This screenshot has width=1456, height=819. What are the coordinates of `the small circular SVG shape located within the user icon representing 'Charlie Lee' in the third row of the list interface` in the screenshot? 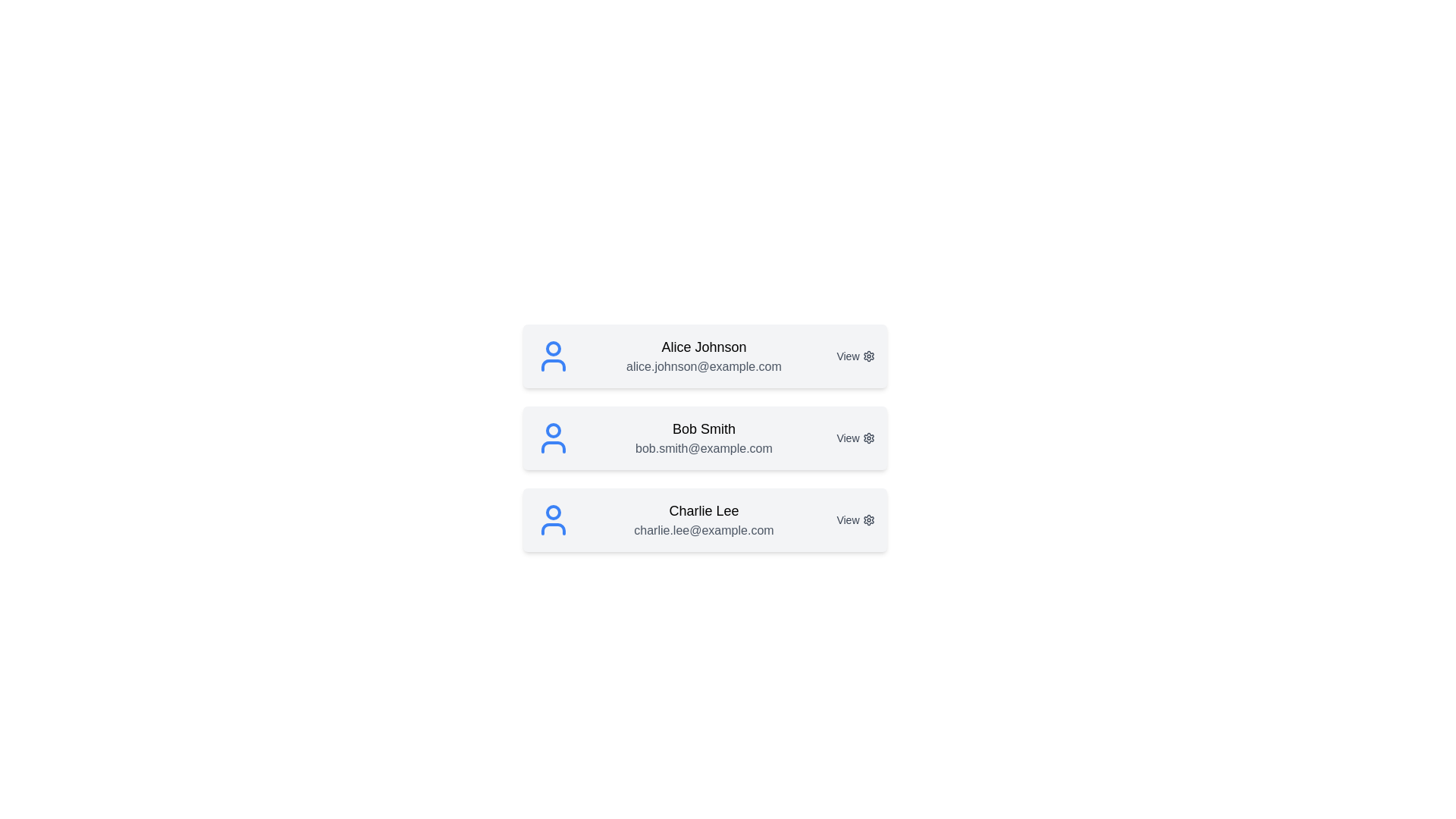 It's located at (552, 512).